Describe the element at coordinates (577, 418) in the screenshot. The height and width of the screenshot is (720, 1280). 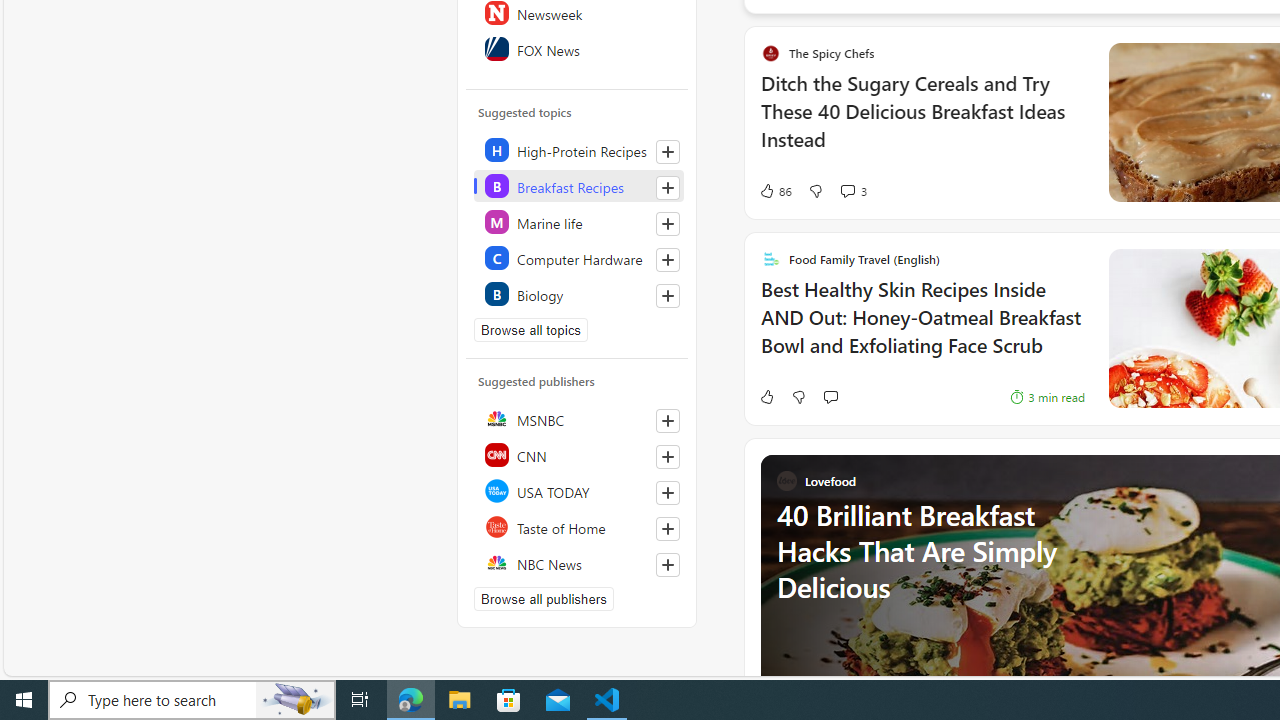
I see `'MSNBC'` at that location.